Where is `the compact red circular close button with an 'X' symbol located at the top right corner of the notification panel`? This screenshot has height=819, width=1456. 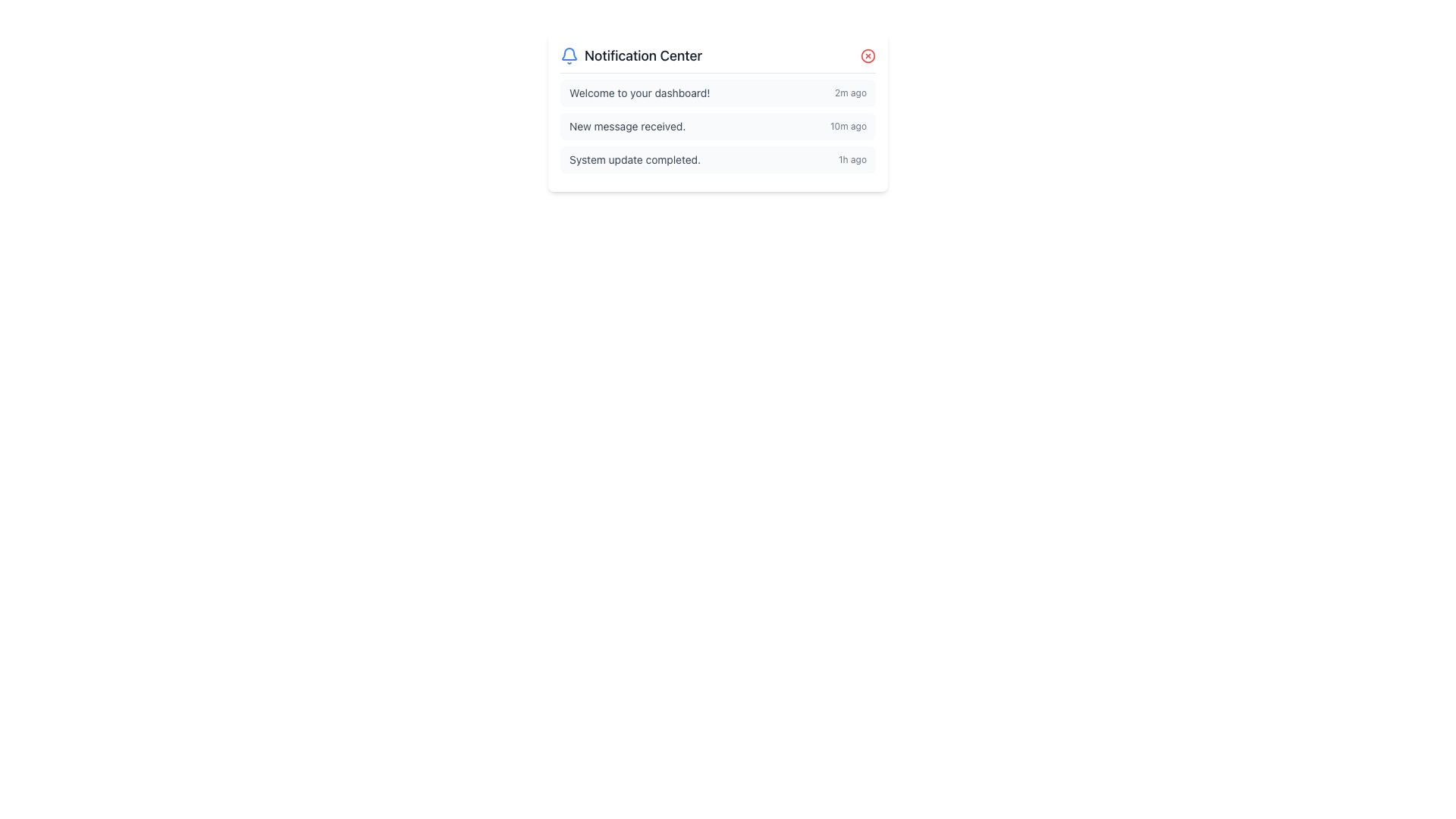 the compact red circular close button with an 'X' symbol located at the top right corner of the notification panel is located at coordinates (868, 55).